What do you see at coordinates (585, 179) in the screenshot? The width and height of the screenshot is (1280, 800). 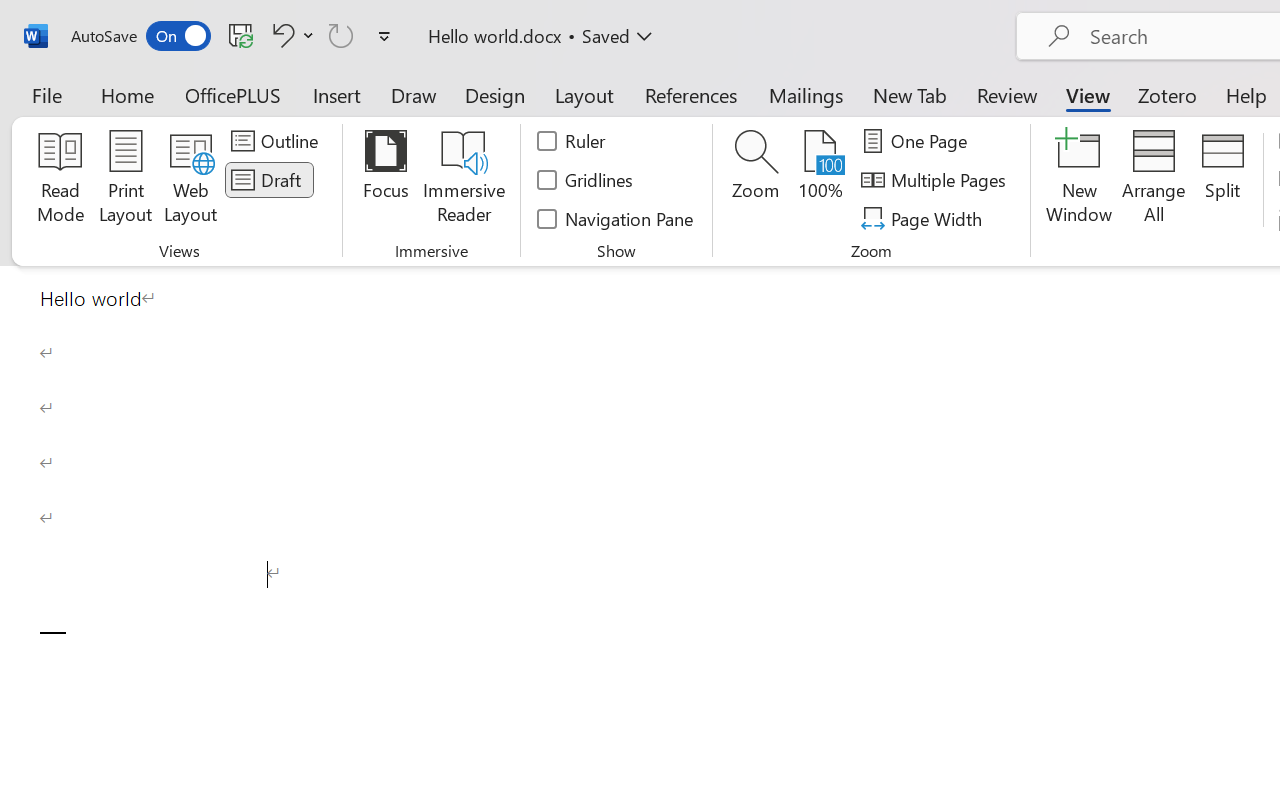 I see `'Gridlines'` at bounding box center [585, 179].